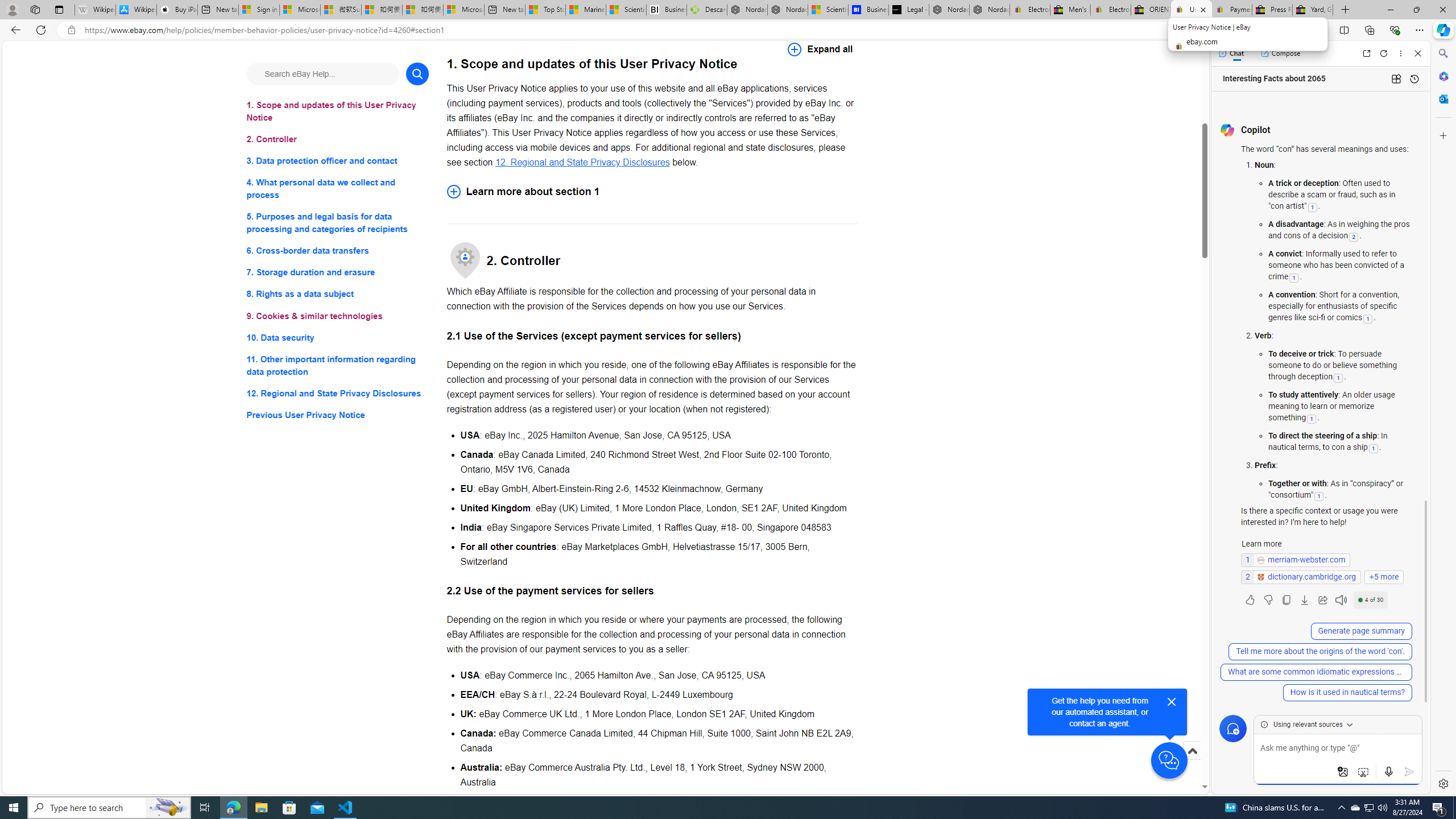  Describe the element at coordinates (1192, 9) in the screenshot. I see `'User Privacy Notice | eBay'` at that location.